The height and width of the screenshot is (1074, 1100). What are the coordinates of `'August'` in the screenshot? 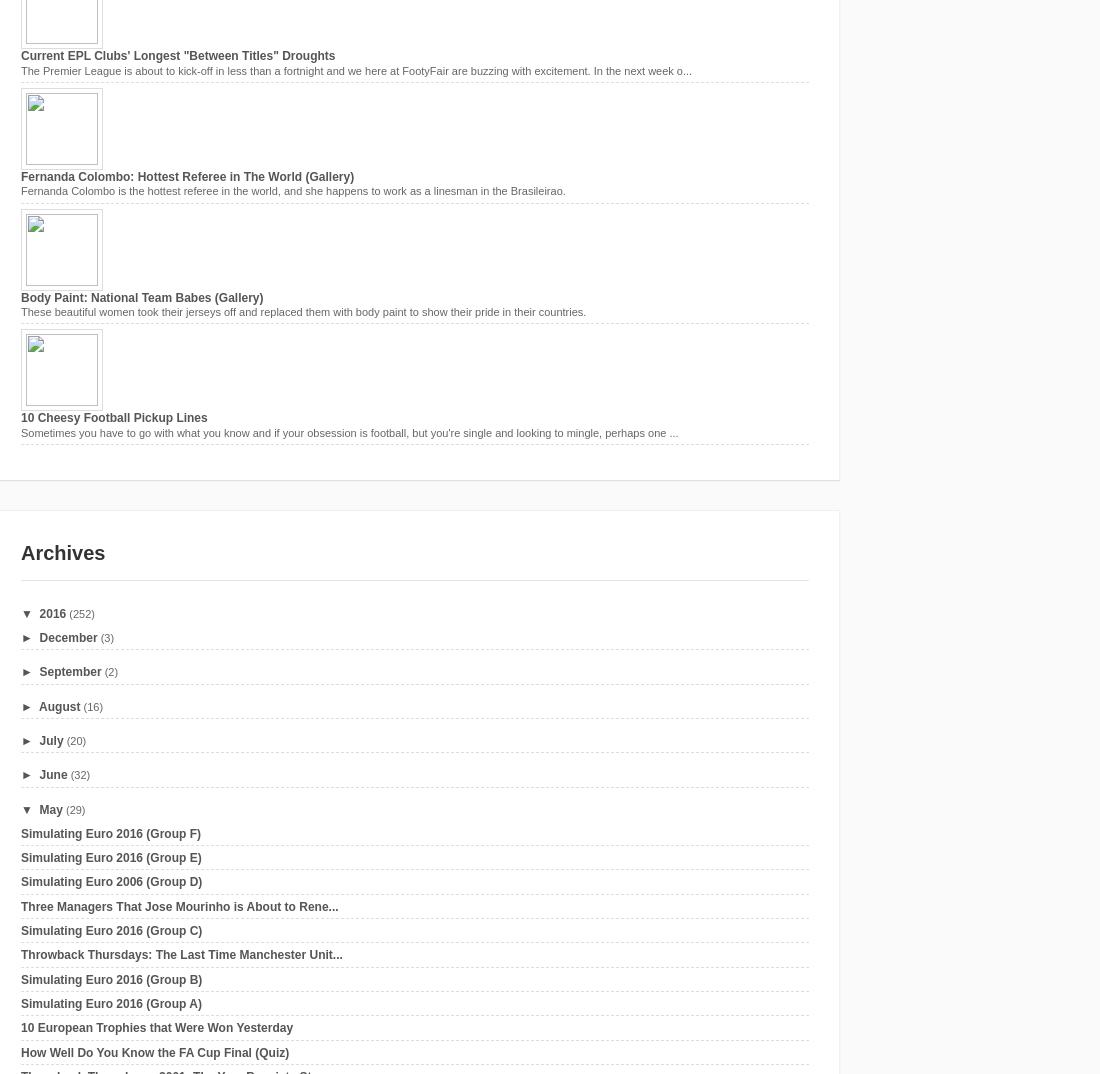 It's located at (58, 706).